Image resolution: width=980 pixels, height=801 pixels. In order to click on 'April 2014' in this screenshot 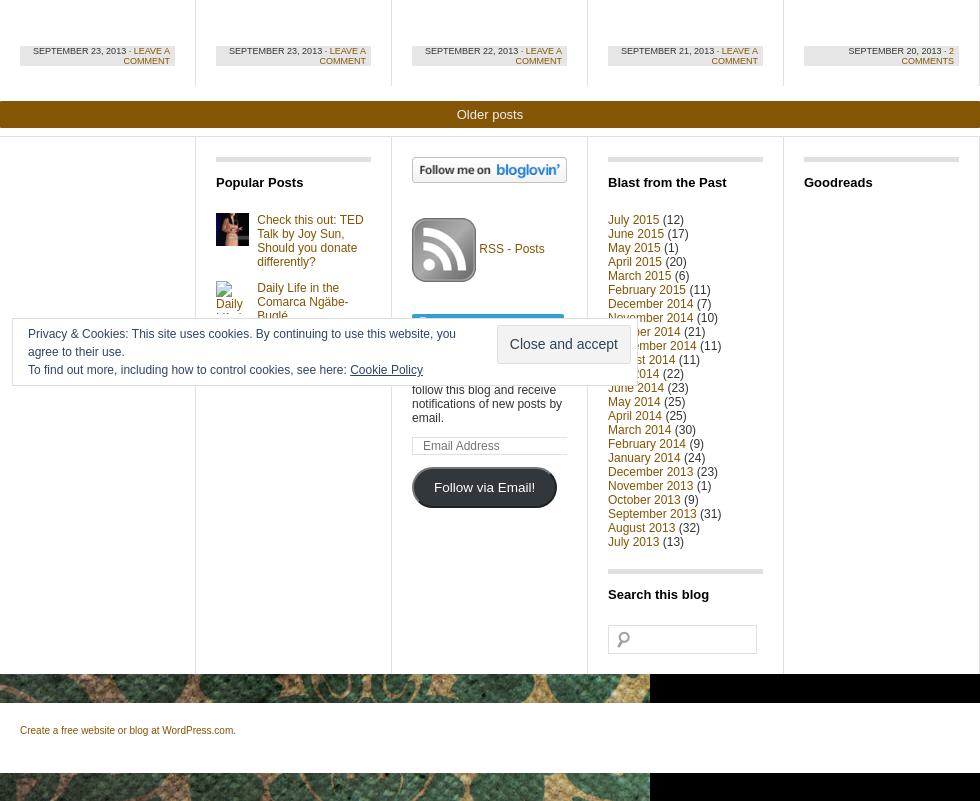, I will do `click(635, 415)`.